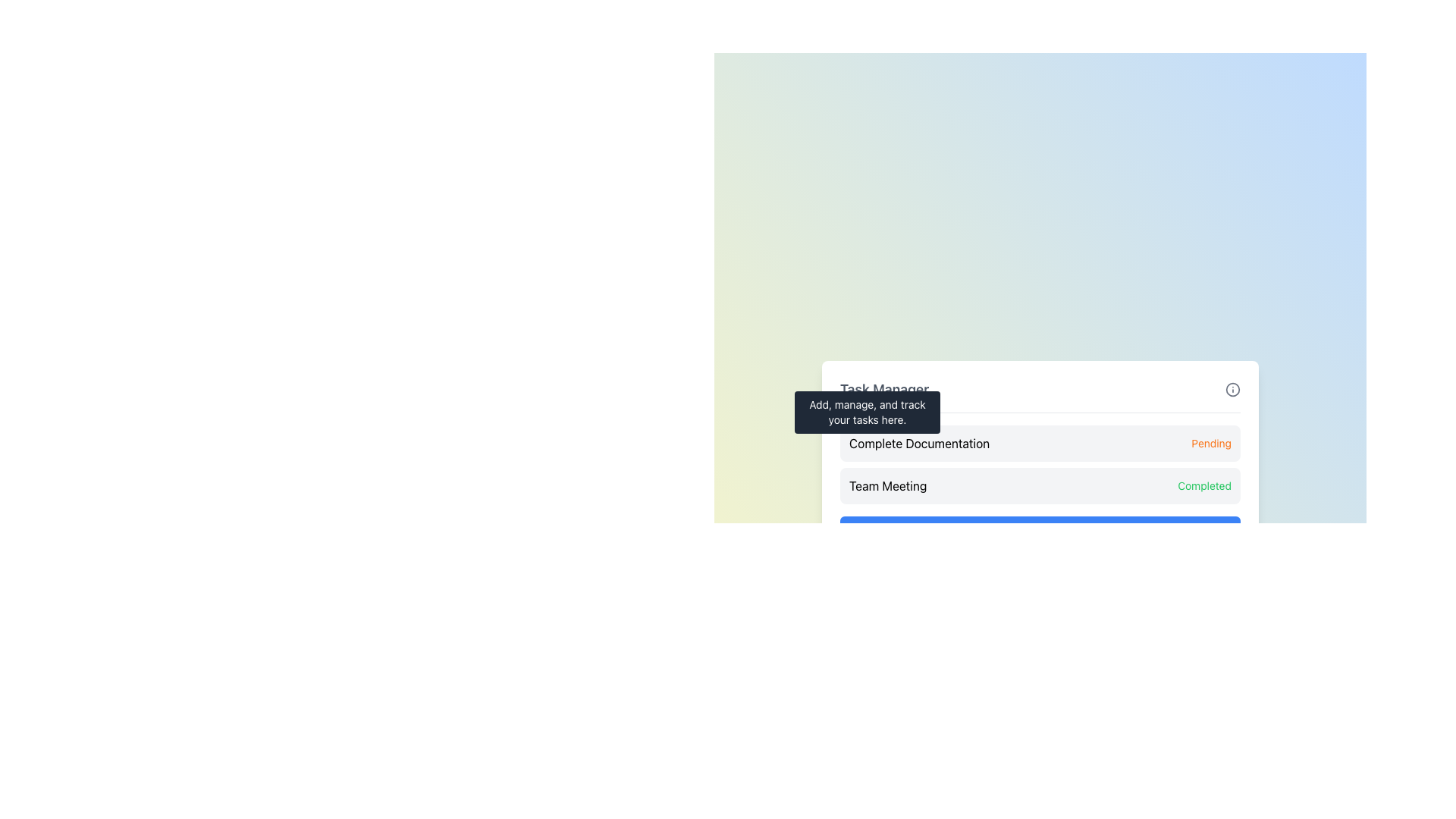 Image resolution: width=1456 pixels, height=819 pixels. I want to click on the decorative icon inside the 'Add Task' button, which serves as a visual indicator for adding new tasks or items, so click(1012, 530).